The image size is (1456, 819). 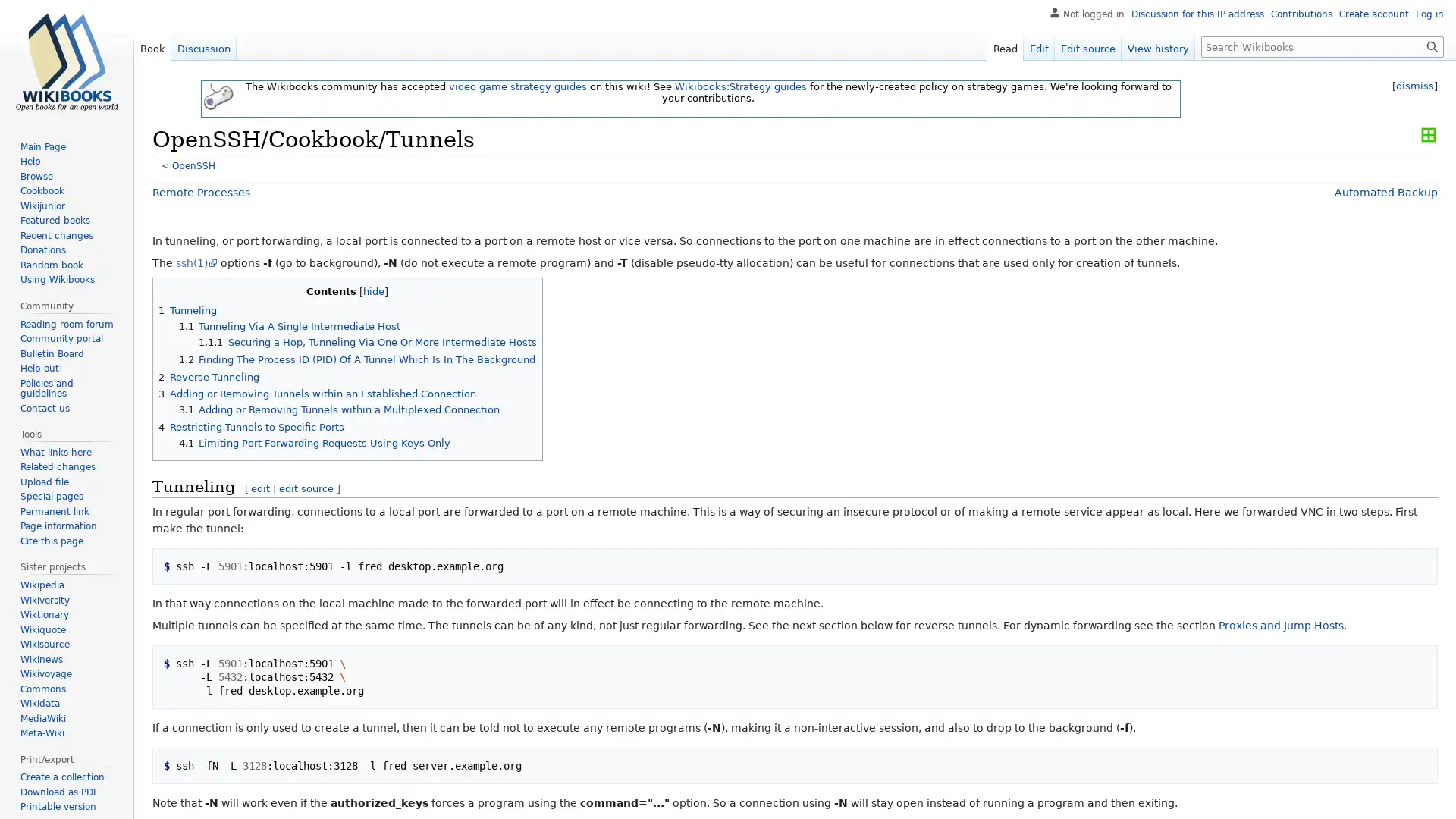 What do you see at coordinates (1432, 45) in the screenshot?
I see `Go` at bounding box center [1432, 45].